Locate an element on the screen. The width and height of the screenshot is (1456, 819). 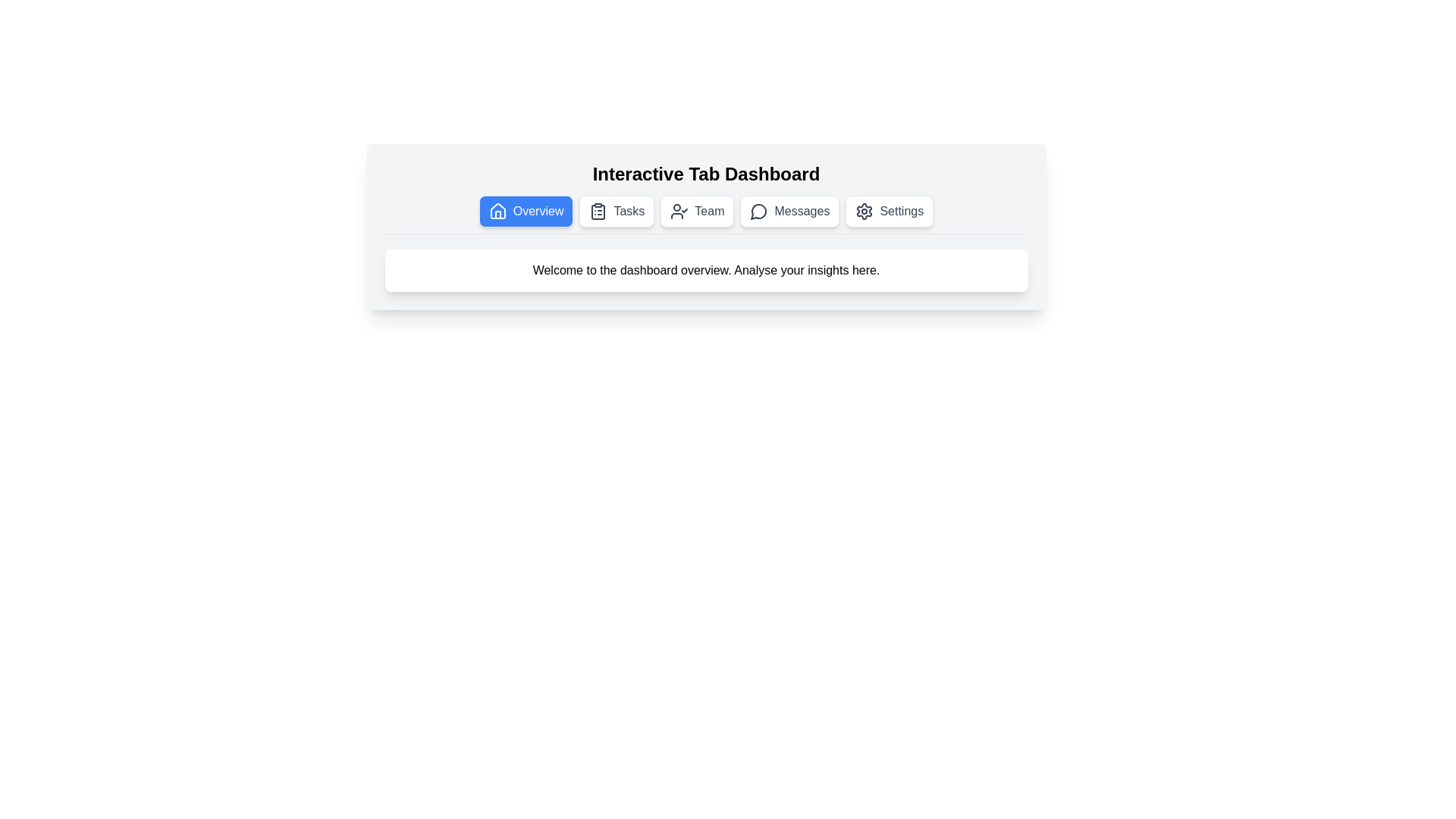
the 'Overview' button is located at coordinates (526, 211).